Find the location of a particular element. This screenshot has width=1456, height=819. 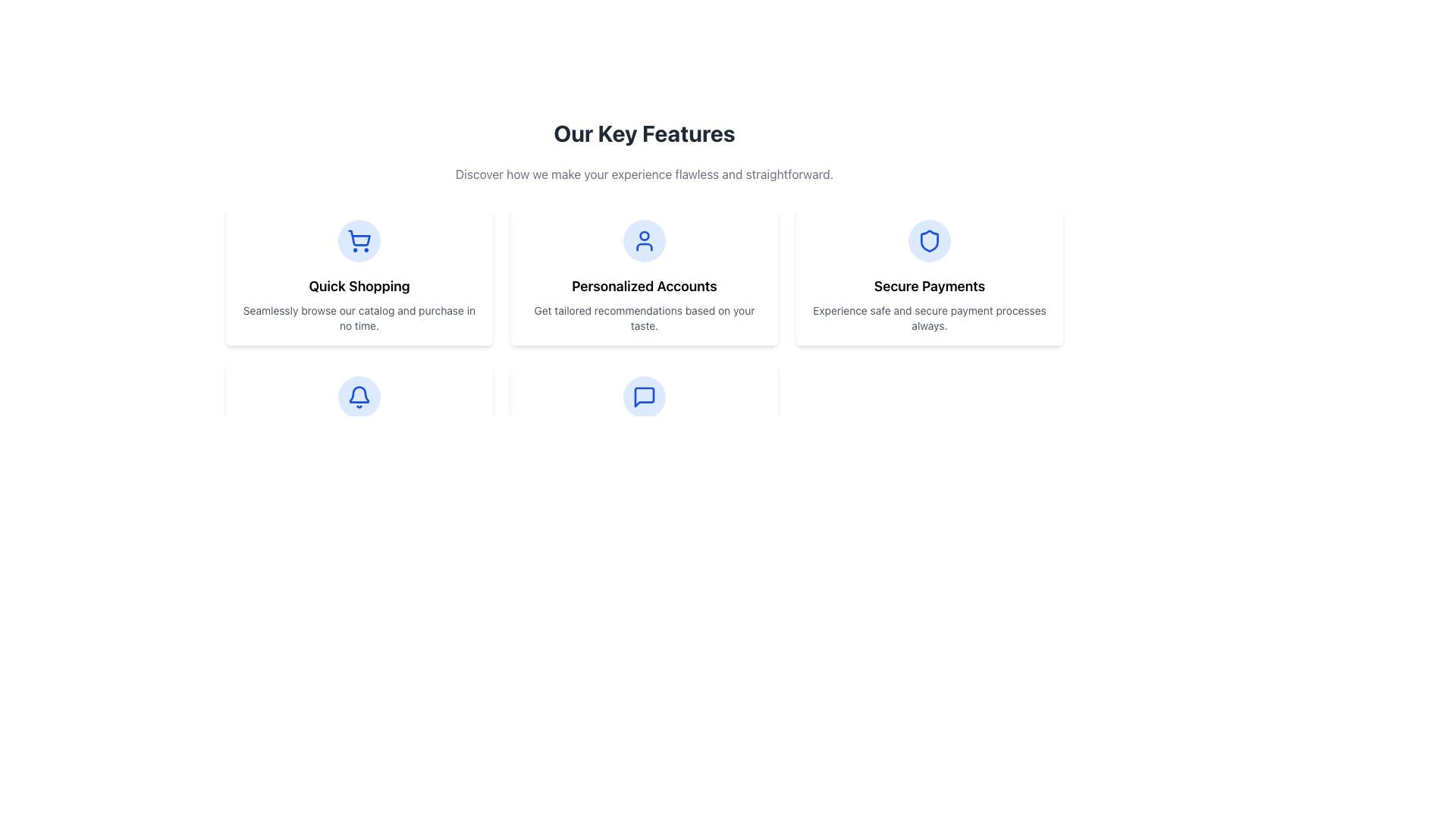

the 'Quick Shopping' Feature Card is located at coordinates (359, 277).